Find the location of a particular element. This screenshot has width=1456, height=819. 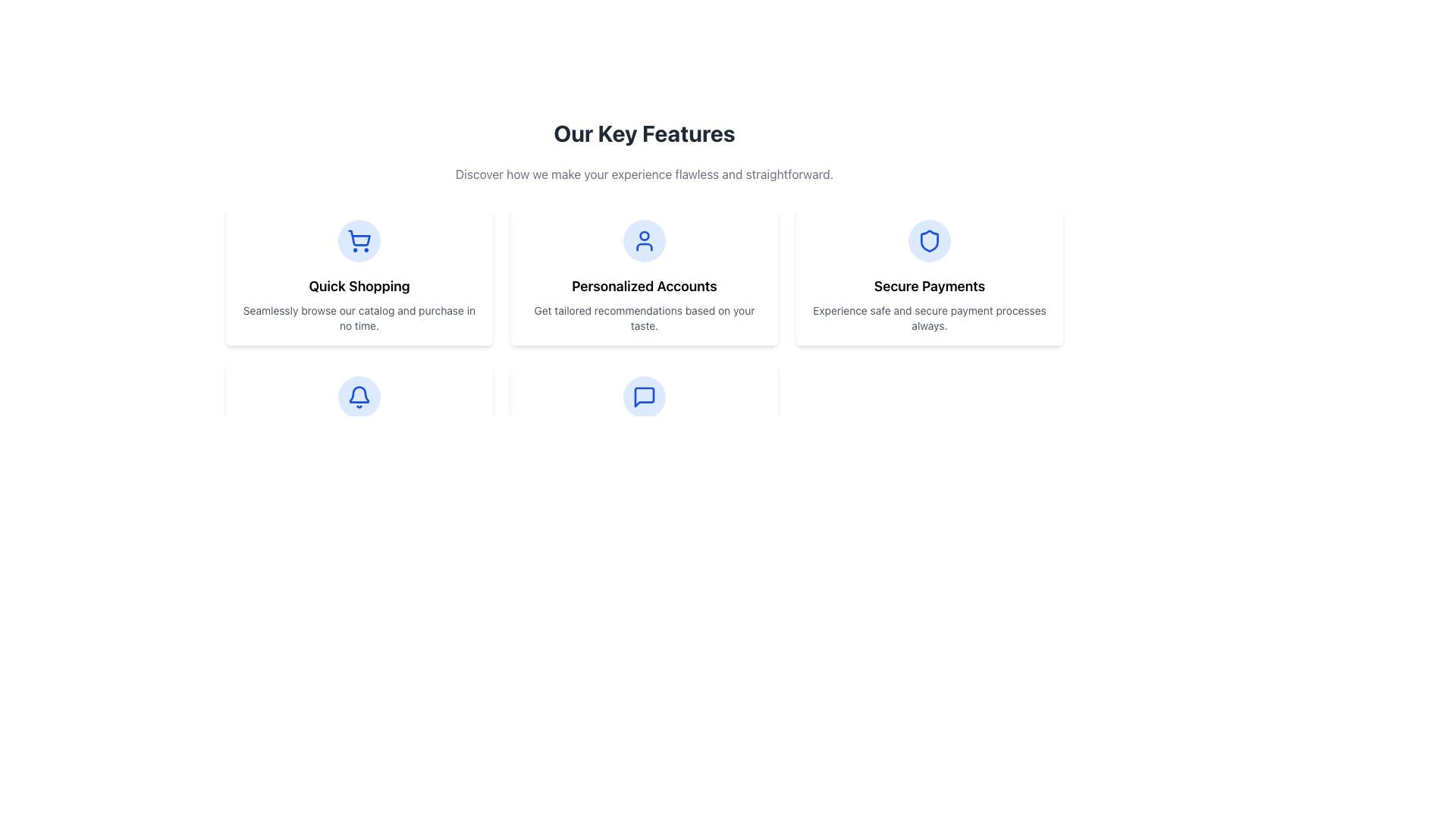

the 'Quick Shopping' Feature Card is located at coordinates (359, 277).